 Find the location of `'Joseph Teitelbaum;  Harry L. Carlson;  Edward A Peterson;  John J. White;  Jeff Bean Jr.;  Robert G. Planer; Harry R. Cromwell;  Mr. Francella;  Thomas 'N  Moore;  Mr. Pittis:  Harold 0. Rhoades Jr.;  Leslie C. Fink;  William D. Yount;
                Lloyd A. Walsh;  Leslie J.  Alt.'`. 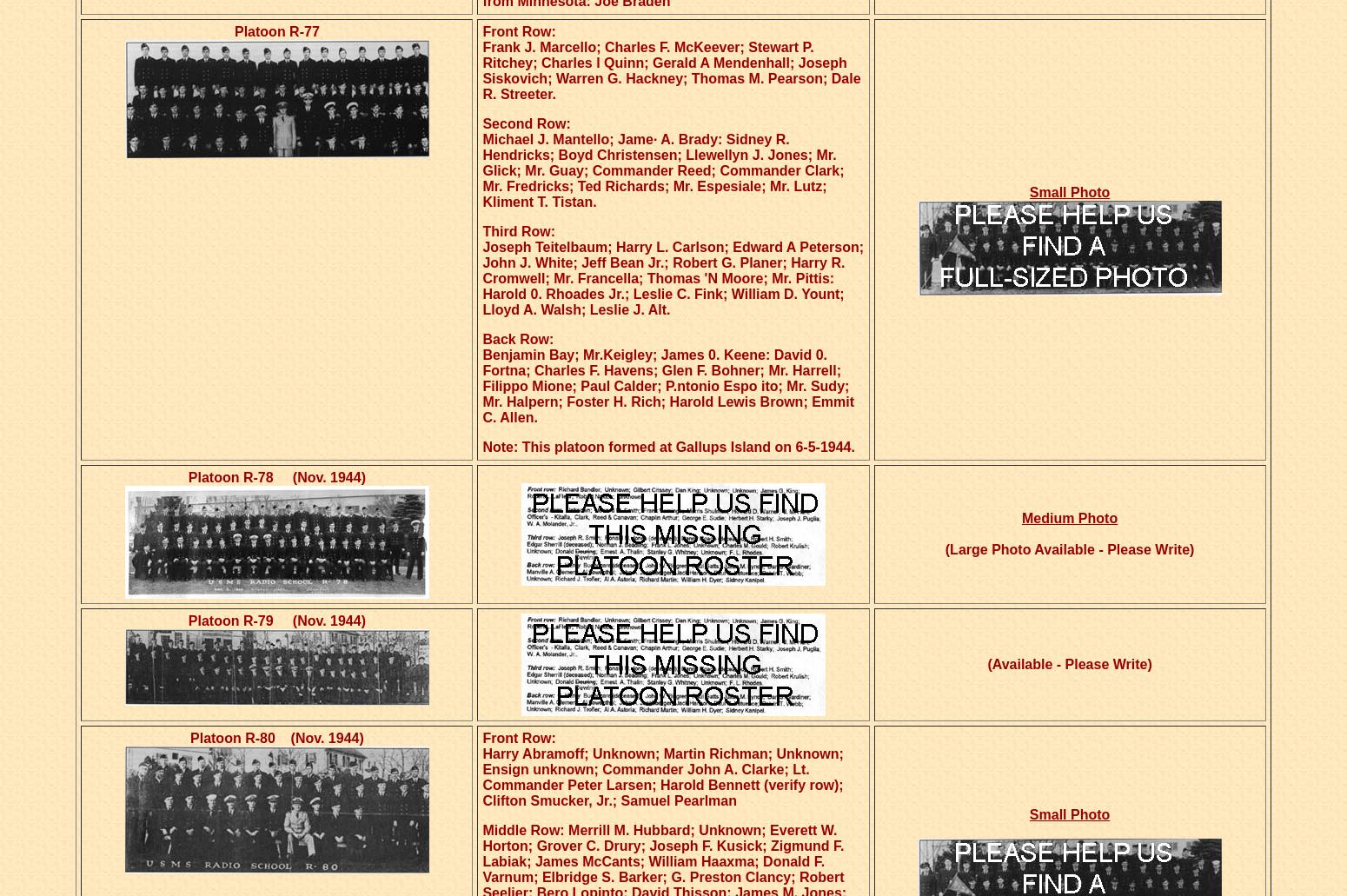

'Joseph Teitelbaum;  Harry L. Carlson;  Edward A Peterson;  John J. White;  Jeff Bean Jr.;  Robert G. Planer; Harry R. Cromwell;  Mr. Francella;  Thomas 'N  Moore;  Mr. Pittis:  Harold 0. Rhoades Jr.;  Leslie C. Fink;  William D. Yount;
                Lloyd A. Walsh;  Leslie J.  Alt.' is located at coordinates (673, 277).